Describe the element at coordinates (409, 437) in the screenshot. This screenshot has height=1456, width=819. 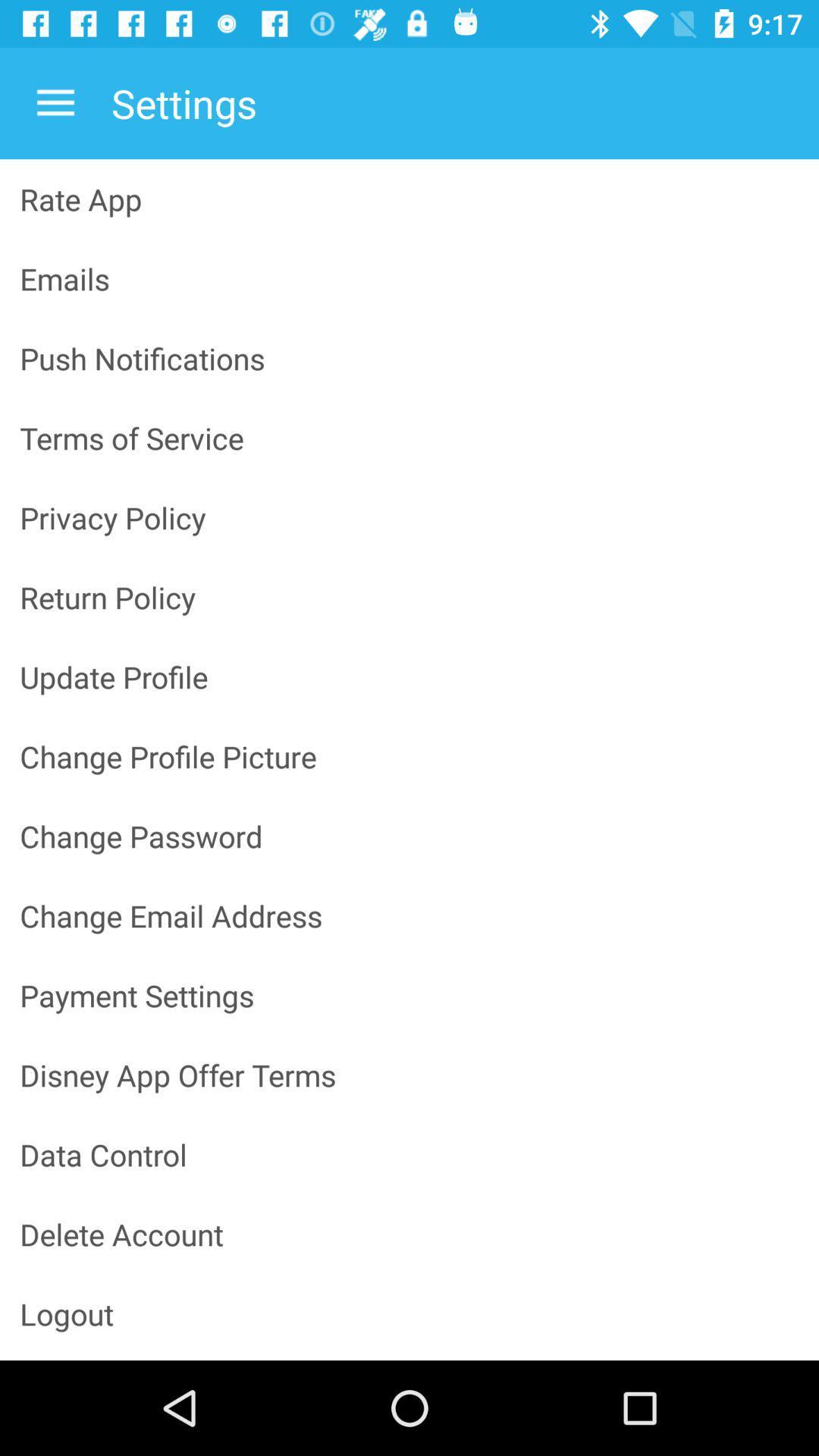
I see `item above the privacy policy icon` at that location.